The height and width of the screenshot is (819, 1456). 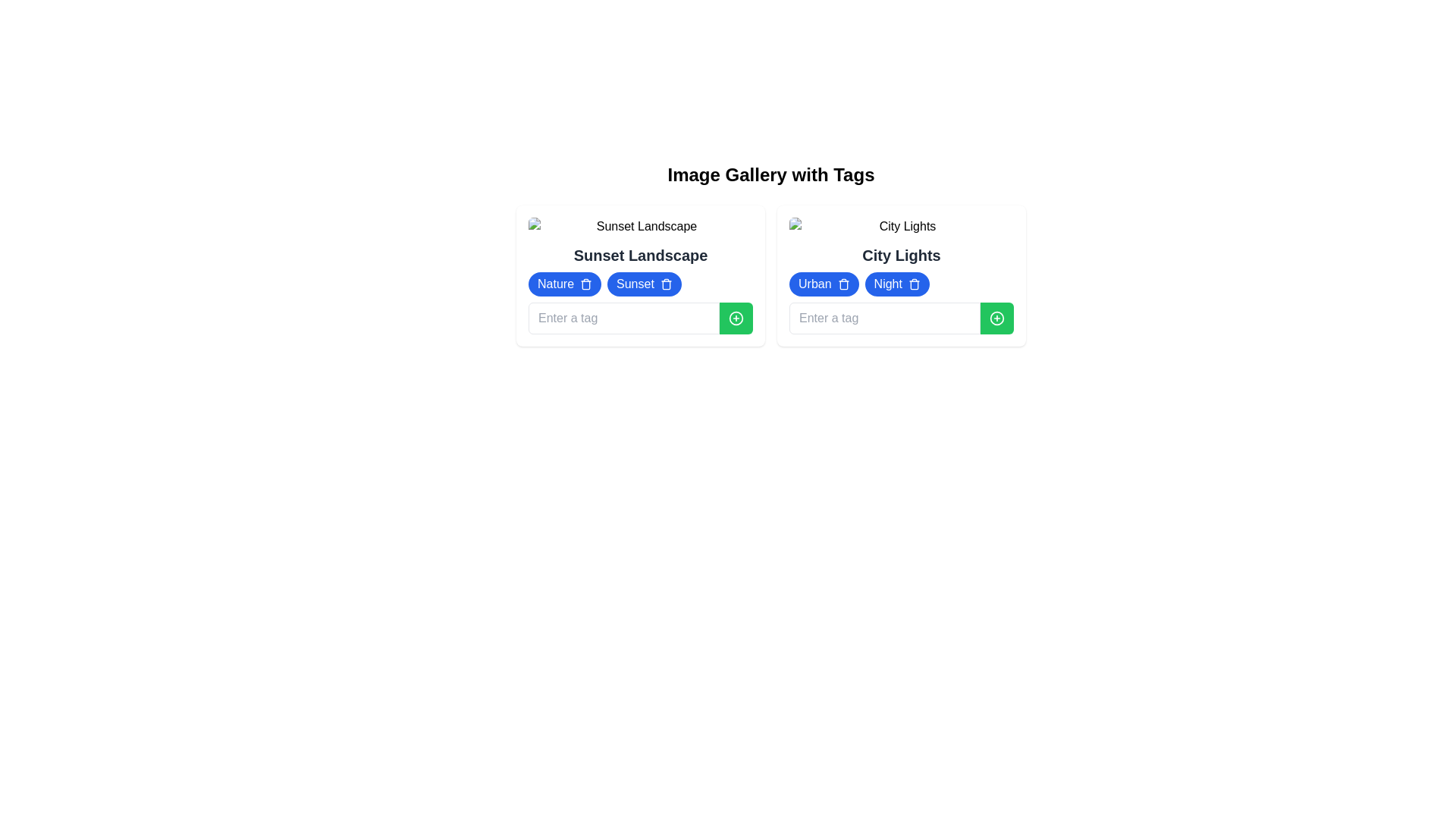 I want to click on the button located to the right of the 'Enter a tag' input field in the tag management interface for the 'Sunset Landscape' gallery item, so click(x=736, y=318).